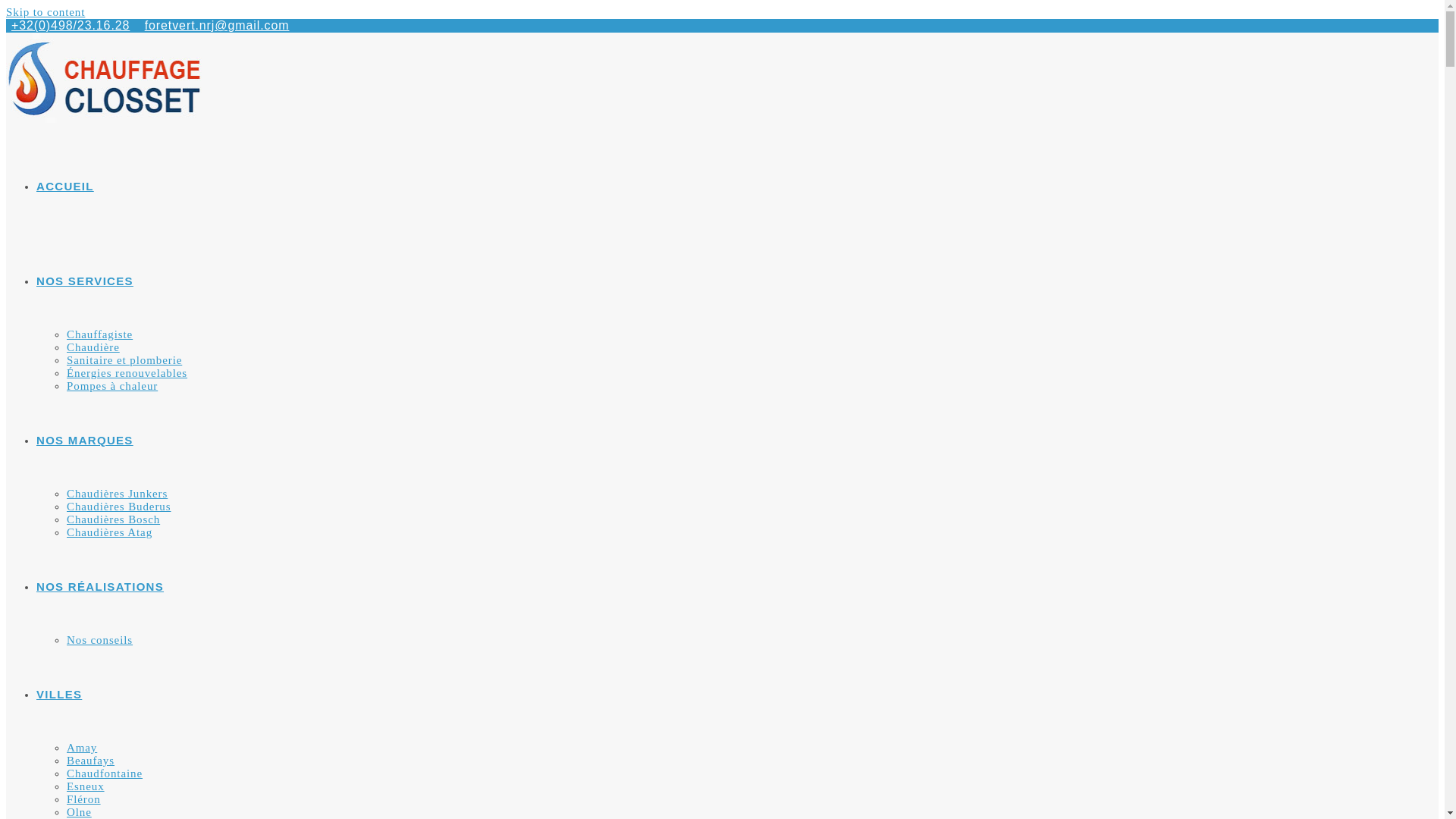 This screenshot has width=1456, height=819. What do you see at coordinates (89, 760) in the screenshot?
I see `'Beaufays'` at bounding box center [89, 760].